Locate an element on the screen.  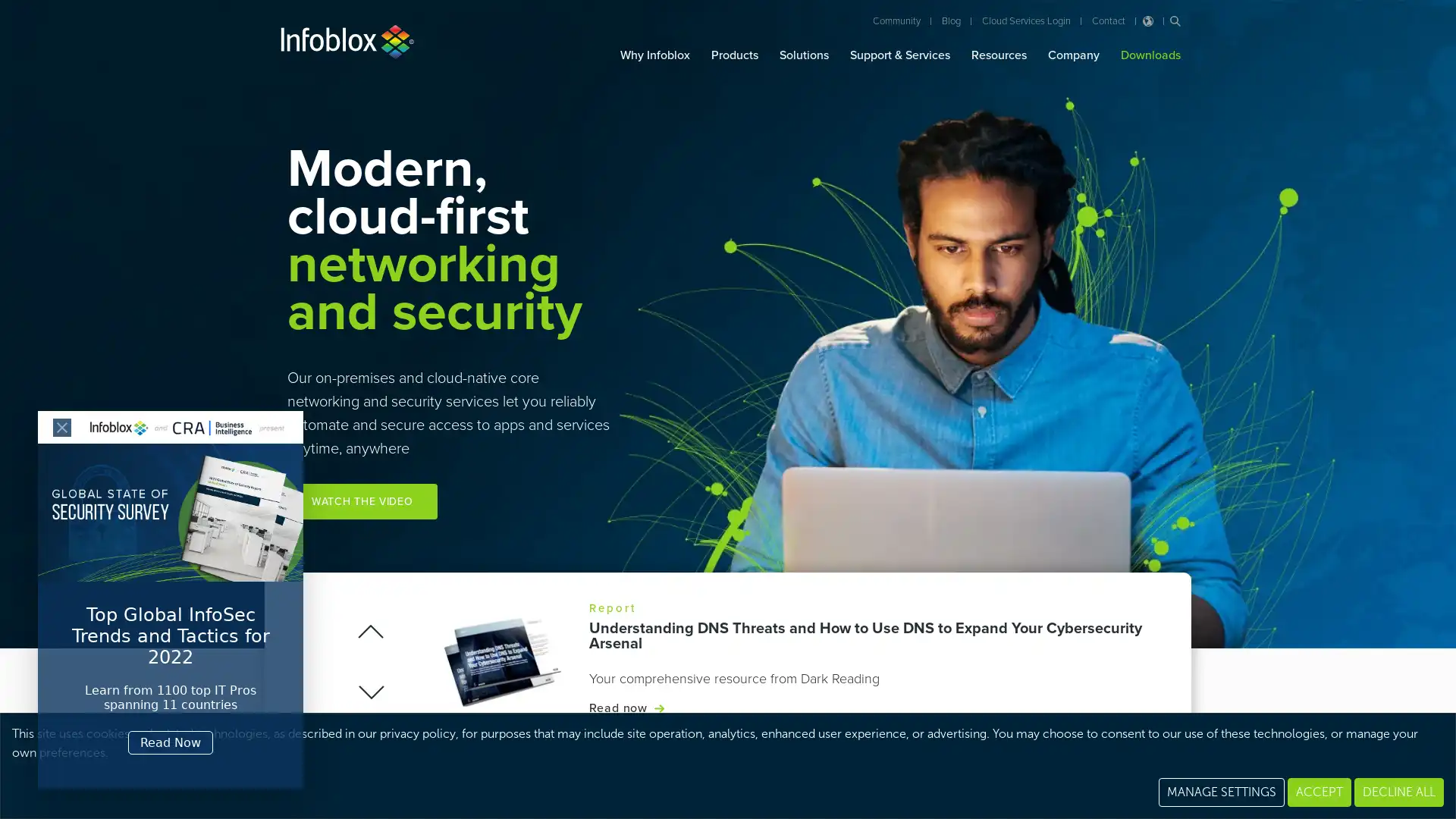
DECLINE ALL is located at coordinates (1398, 791).